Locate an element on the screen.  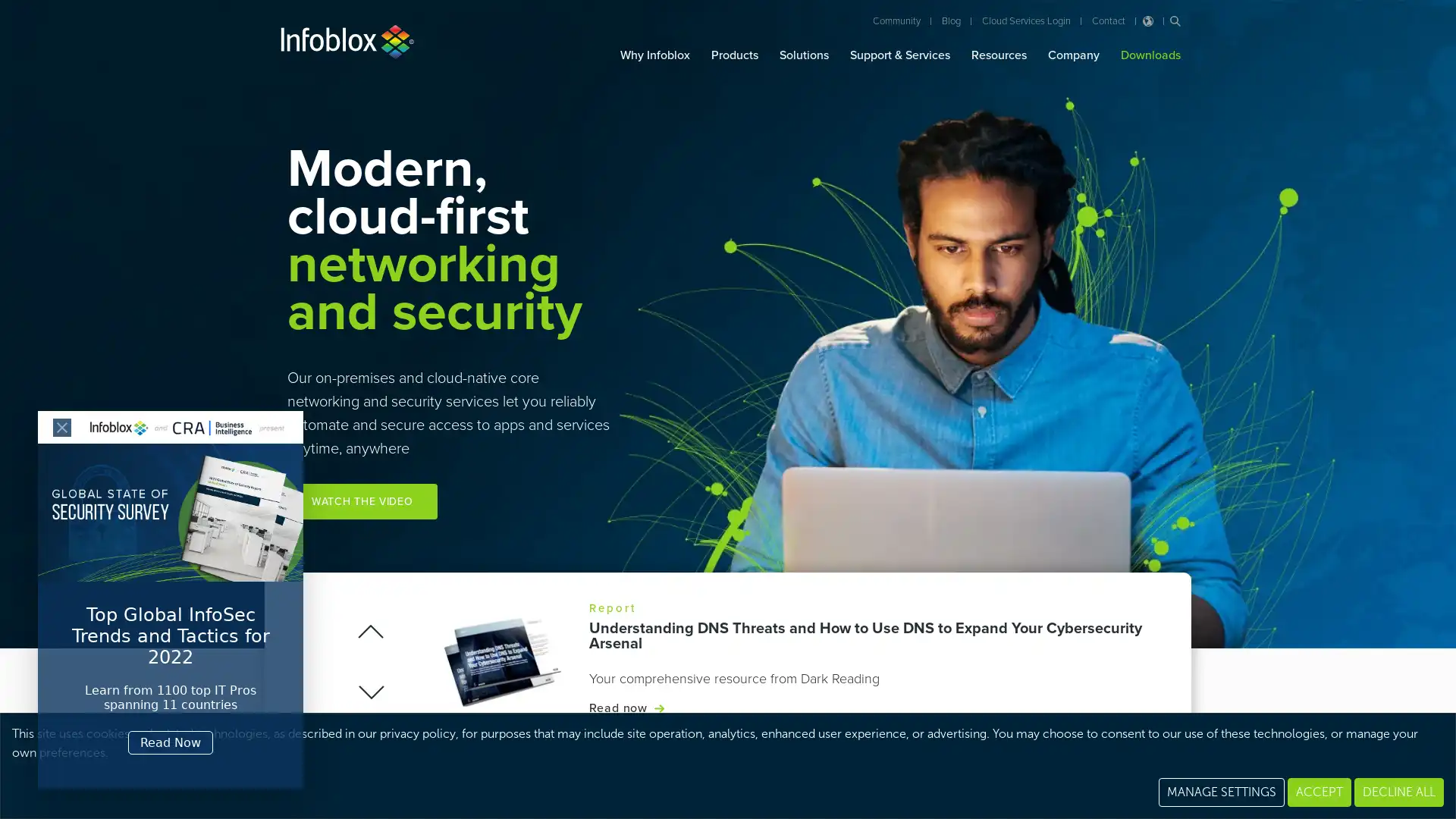
DECLINE ALL is located at coordinates (1398, 791).